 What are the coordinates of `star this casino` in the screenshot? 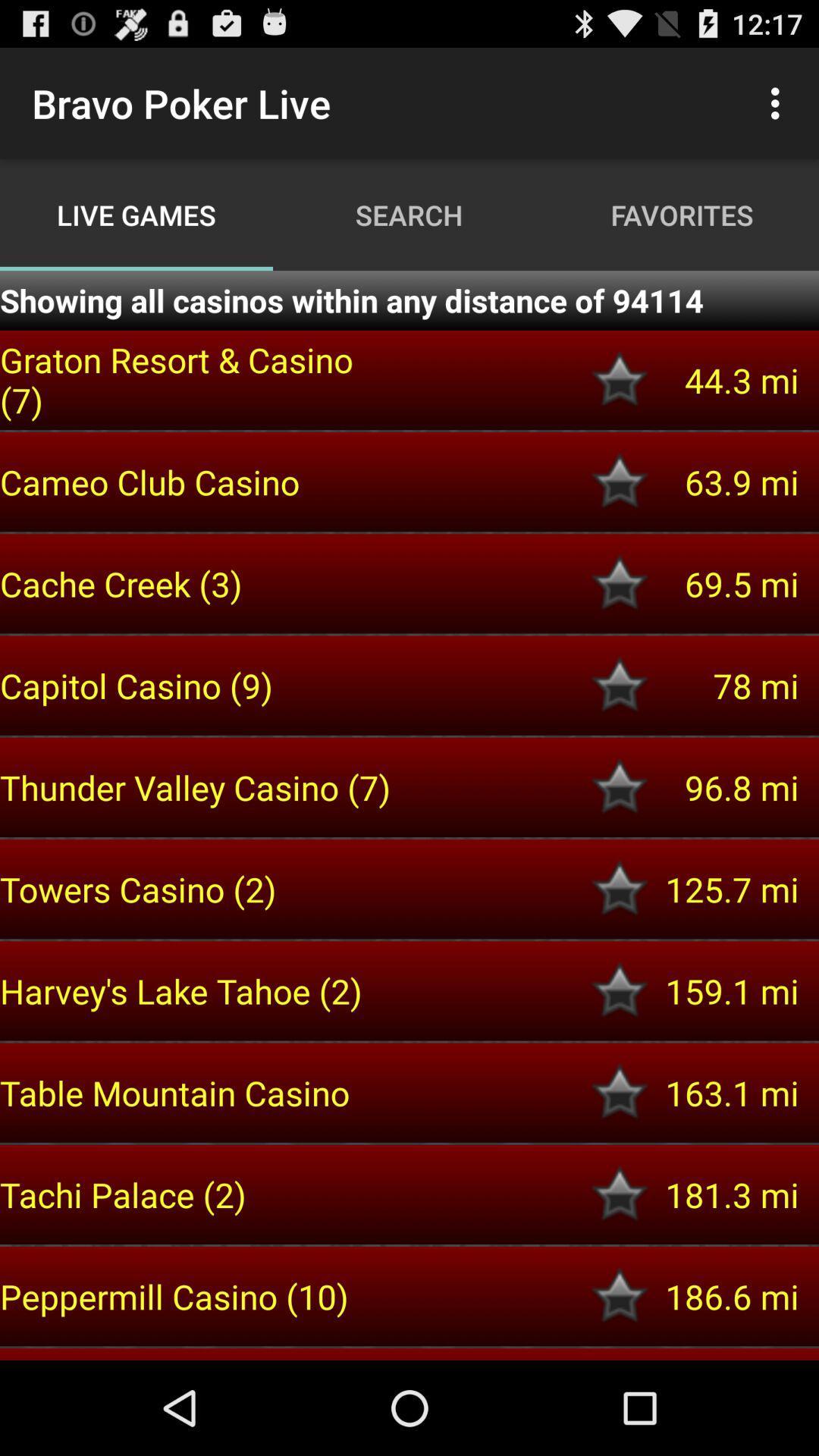 It's located at (620, 1093).